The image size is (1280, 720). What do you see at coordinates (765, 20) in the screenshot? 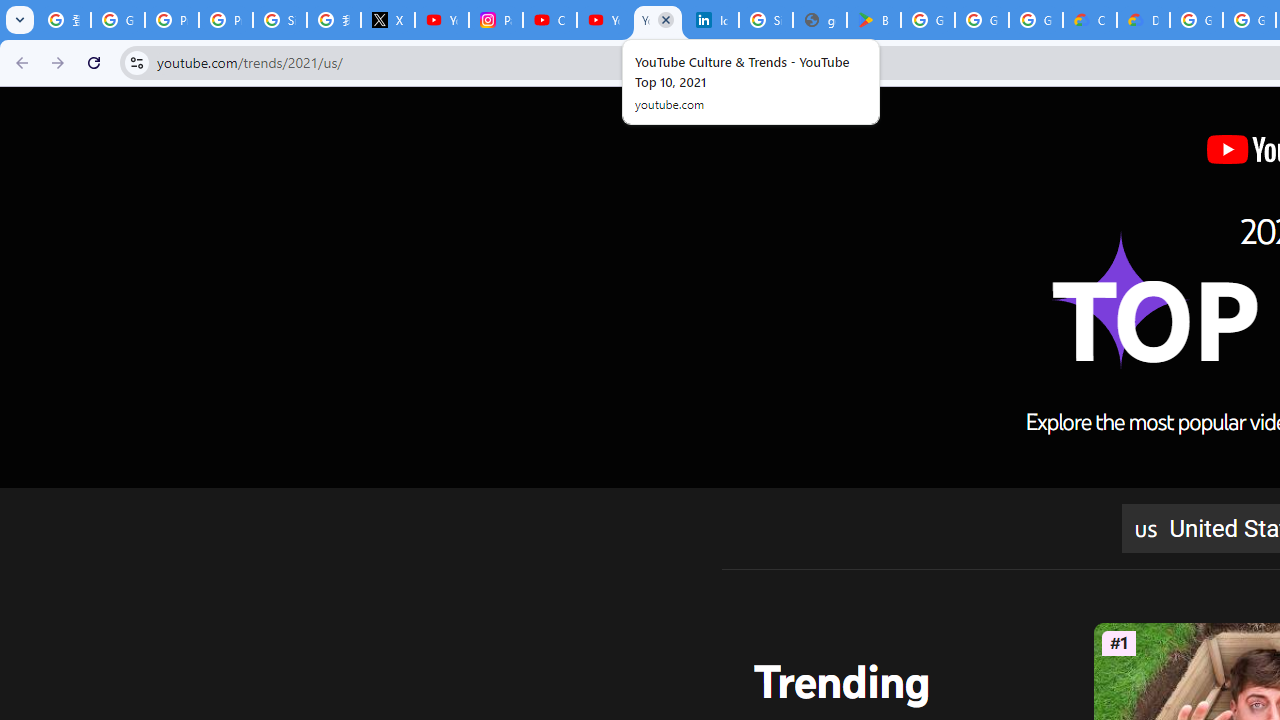
I see `'Sign in - Google Accounts'` at bounding box center [765, 20].